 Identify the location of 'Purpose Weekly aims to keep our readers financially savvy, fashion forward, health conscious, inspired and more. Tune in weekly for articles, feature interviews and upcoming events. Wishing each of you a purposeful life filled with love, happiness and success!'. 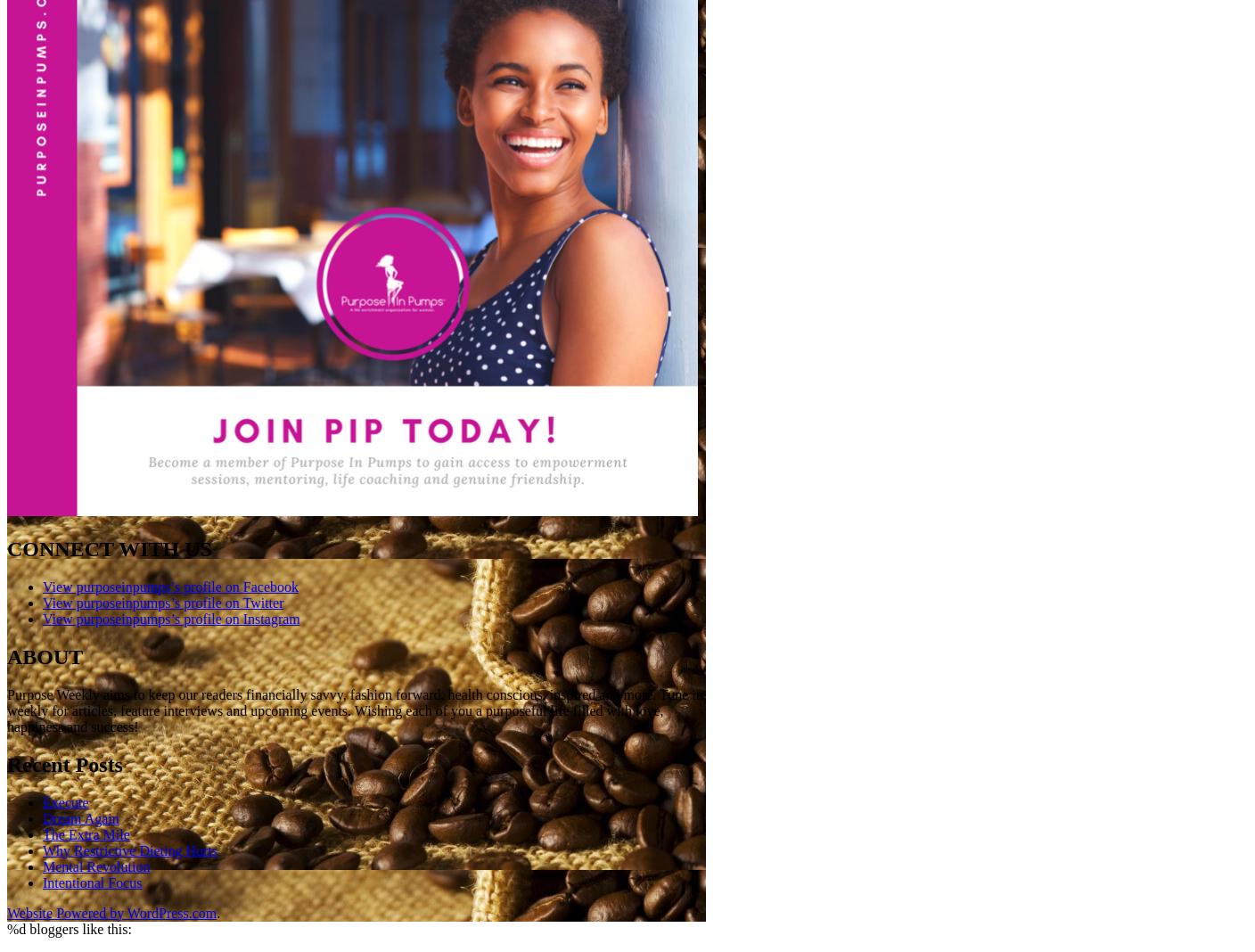
(354, 710).